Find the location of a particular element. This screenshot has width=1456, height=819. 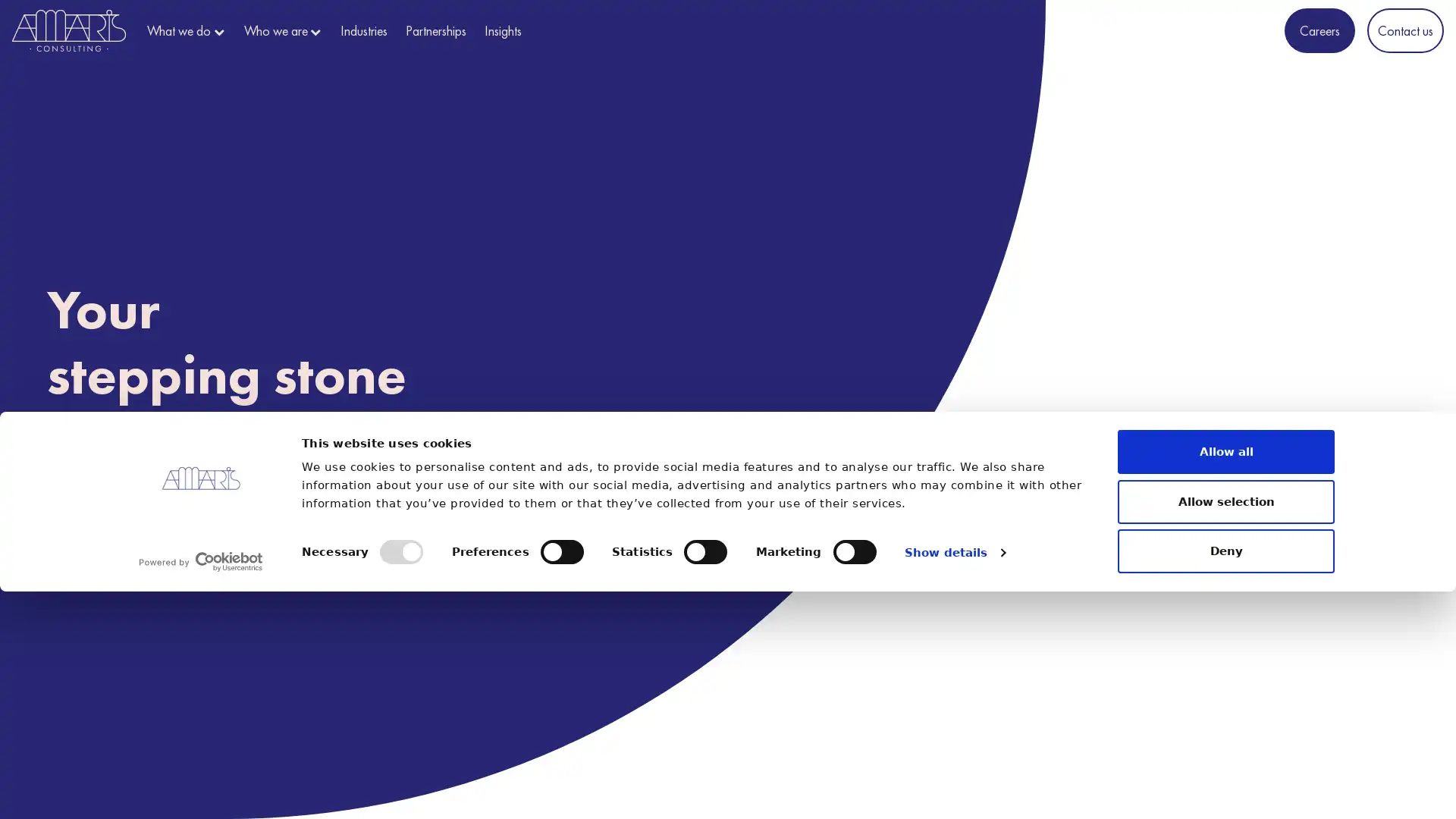

Careers is located at coordinates (1319, 30).